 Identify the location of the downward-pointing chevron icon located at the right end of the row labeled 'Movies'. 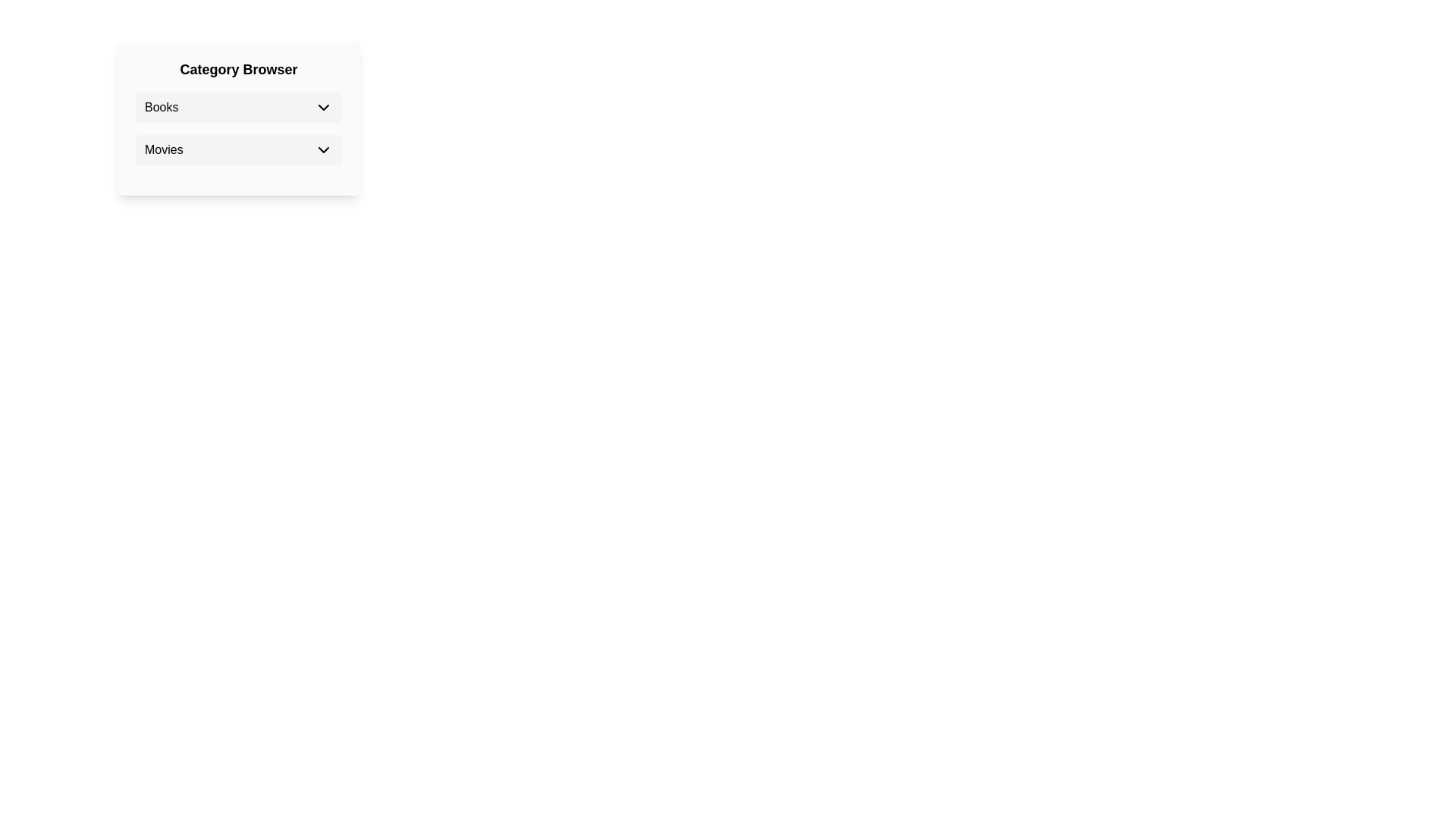
(323, 149).